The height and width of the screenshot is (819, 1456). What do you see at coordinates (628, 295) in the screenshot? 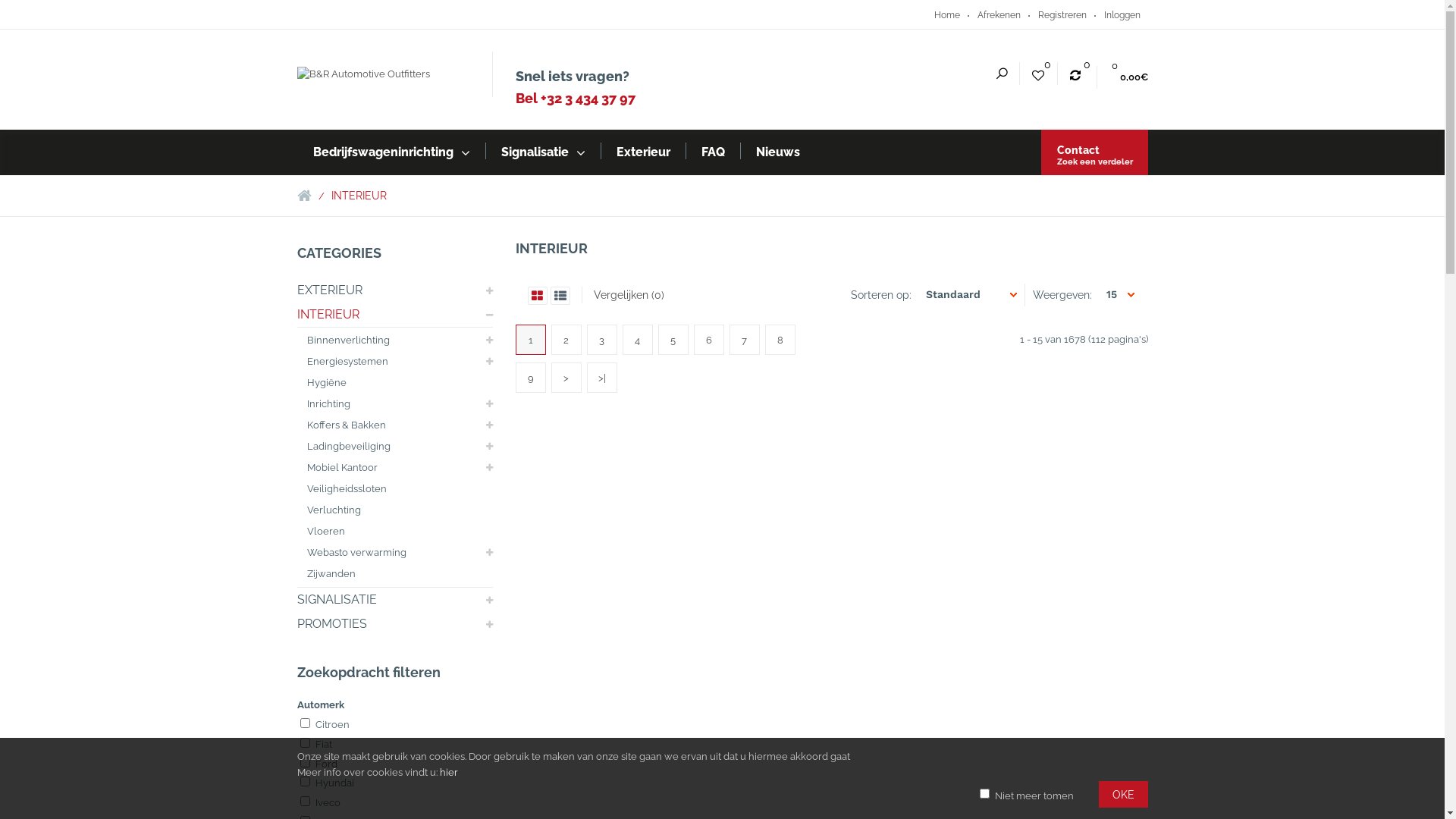
I see `'Vergelijken (0)'` at bounding box center [628, 295].